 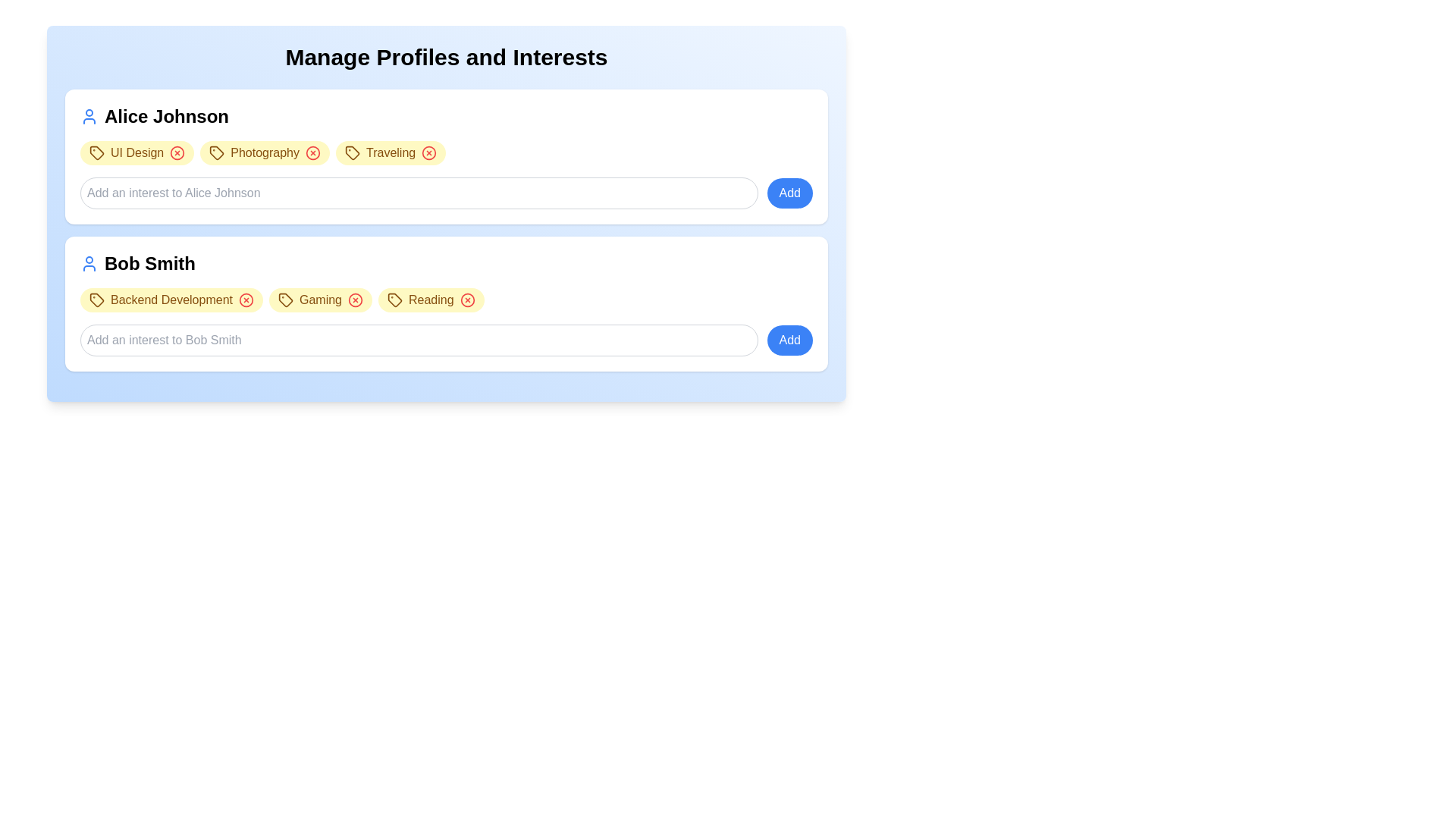 What do you see at coordinates (430, 300) in the screenshot?
I see `the red circular 'X' icon on the right side of the 'Reading' tag` at bounding box center [430, 300].